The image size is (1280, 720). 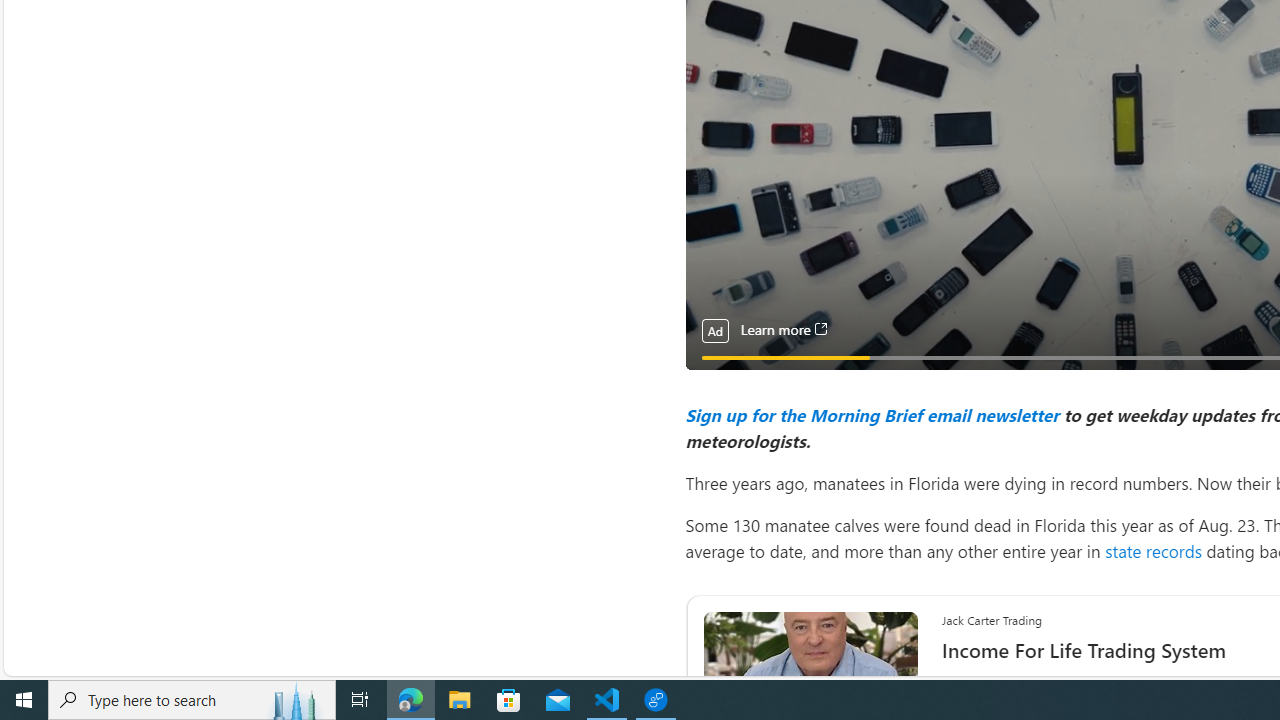 I want to click on 'Sign up for the Morning Brief email newsletter', so click(x=871, y=413).